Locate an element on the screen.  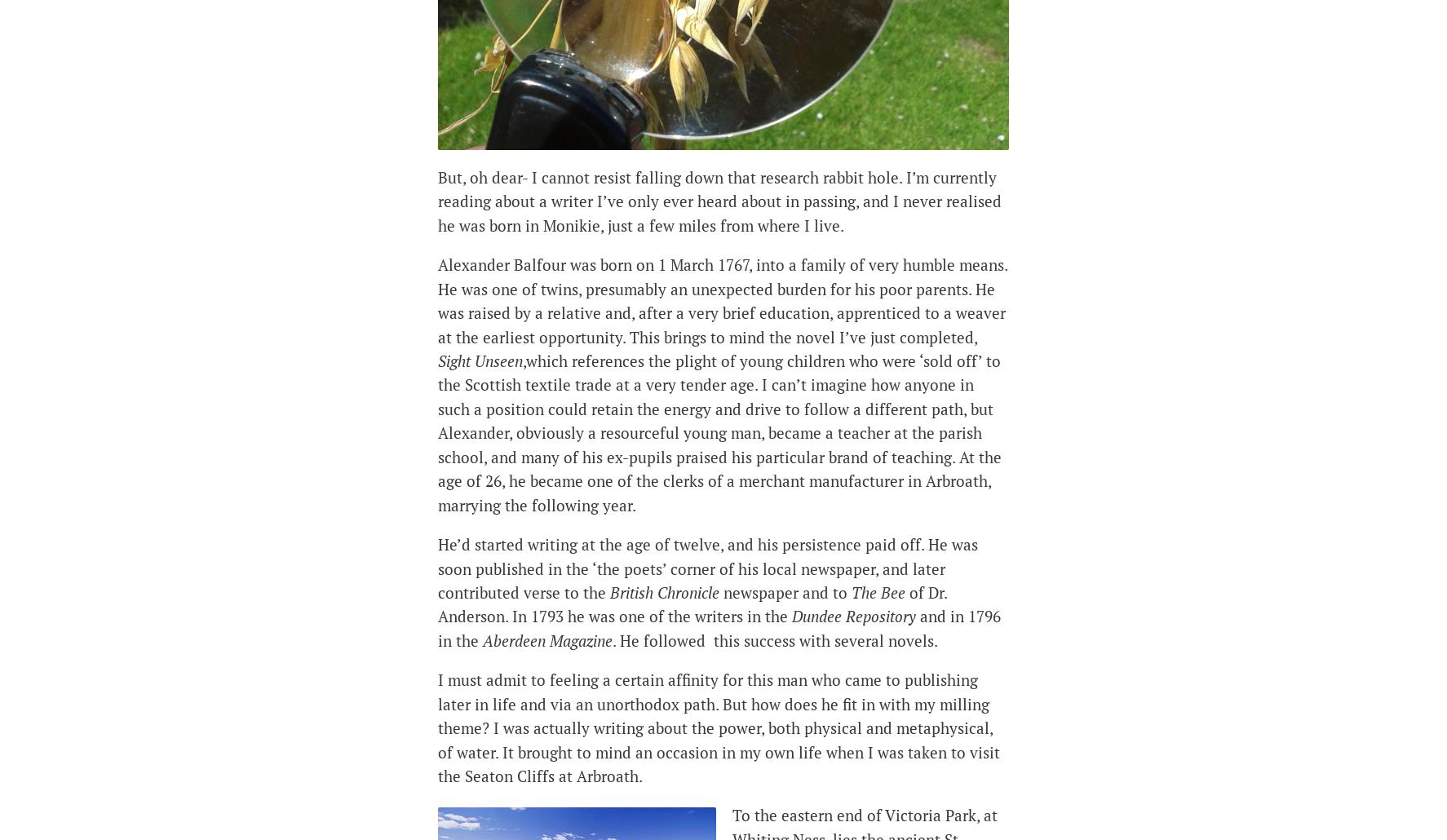
',which references the plight of young children who were ‘sold off’ to the Scottish textile trade at a very tender age. I can’t imagine how anyone in such a position could retain the energy and drive to follow a different path, but Alexander, obviously a resourceful young man, became a teacher at the parish school, and many of his ex-pupils praised his particular brand of teaching. At the age of 26, he became one of the clerks of a merchant manufacturer in Arbroath, marrying the following year.' is located at coordinates (719, 432).